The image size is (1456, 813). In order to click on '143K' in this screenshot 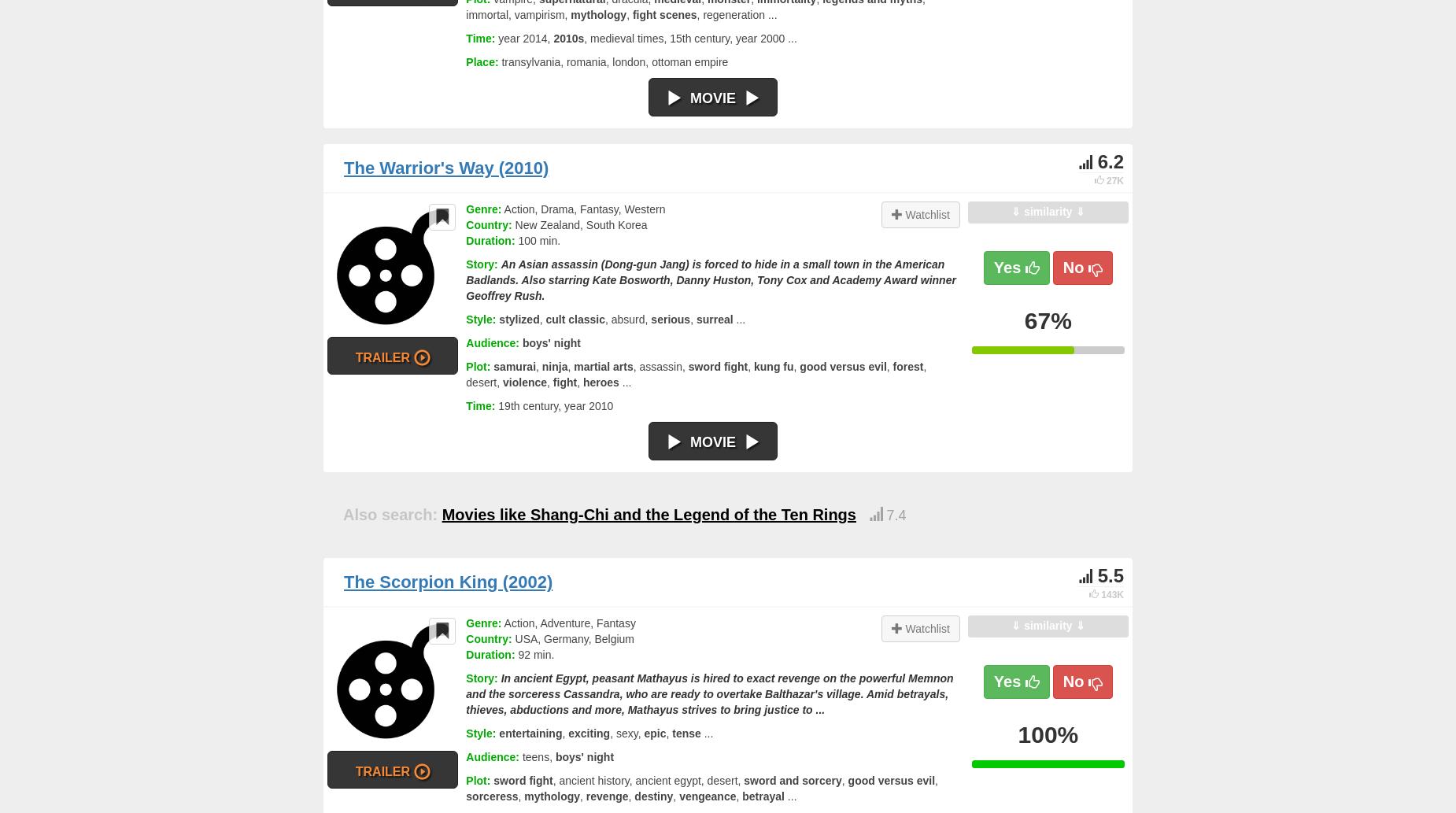, I will do `click(1112, 594)`.